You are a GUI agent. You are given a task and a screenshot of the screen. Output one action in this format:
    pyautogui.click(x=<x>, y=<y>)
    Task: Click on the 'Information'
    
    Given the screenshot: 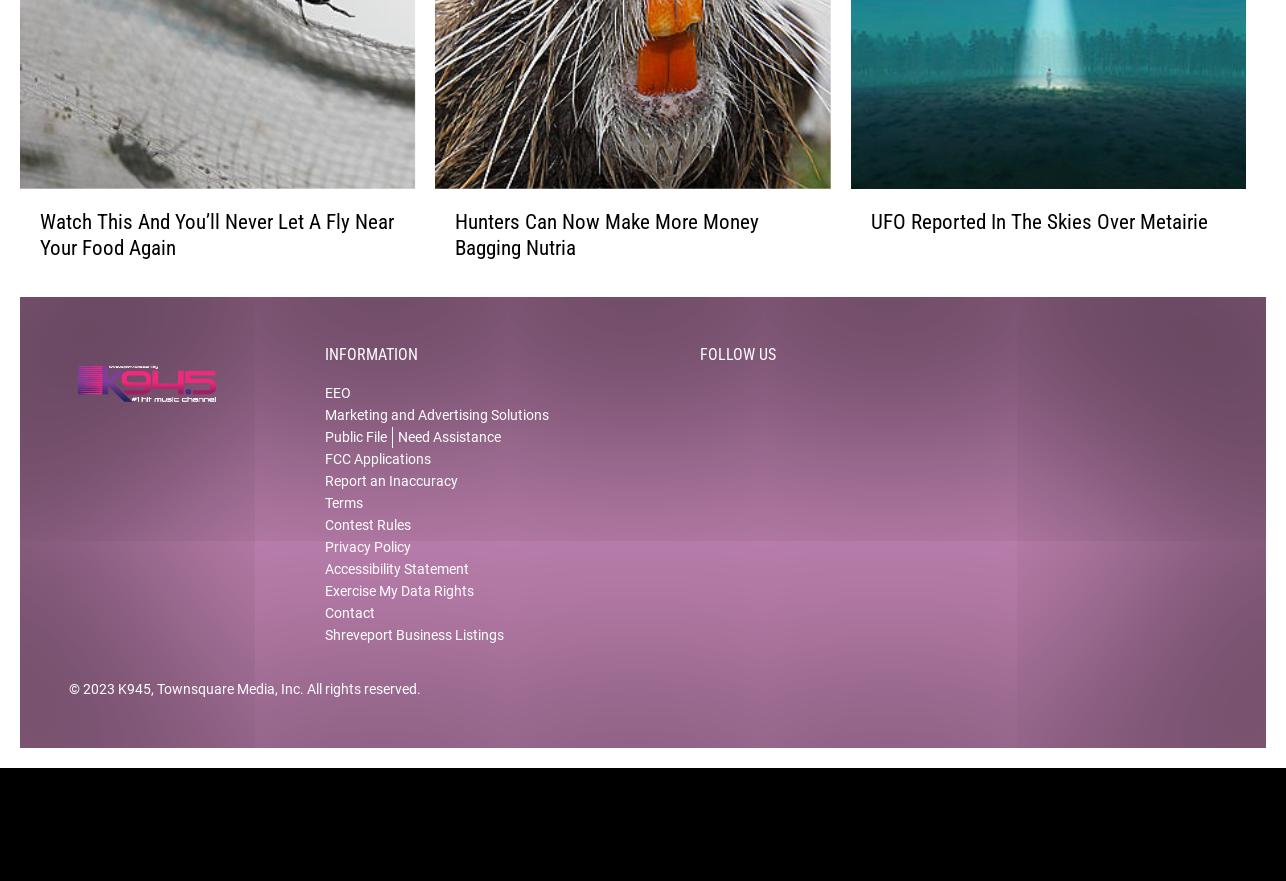 What is the action you would take?
    pyautogui.click(x=370, y=370)
    